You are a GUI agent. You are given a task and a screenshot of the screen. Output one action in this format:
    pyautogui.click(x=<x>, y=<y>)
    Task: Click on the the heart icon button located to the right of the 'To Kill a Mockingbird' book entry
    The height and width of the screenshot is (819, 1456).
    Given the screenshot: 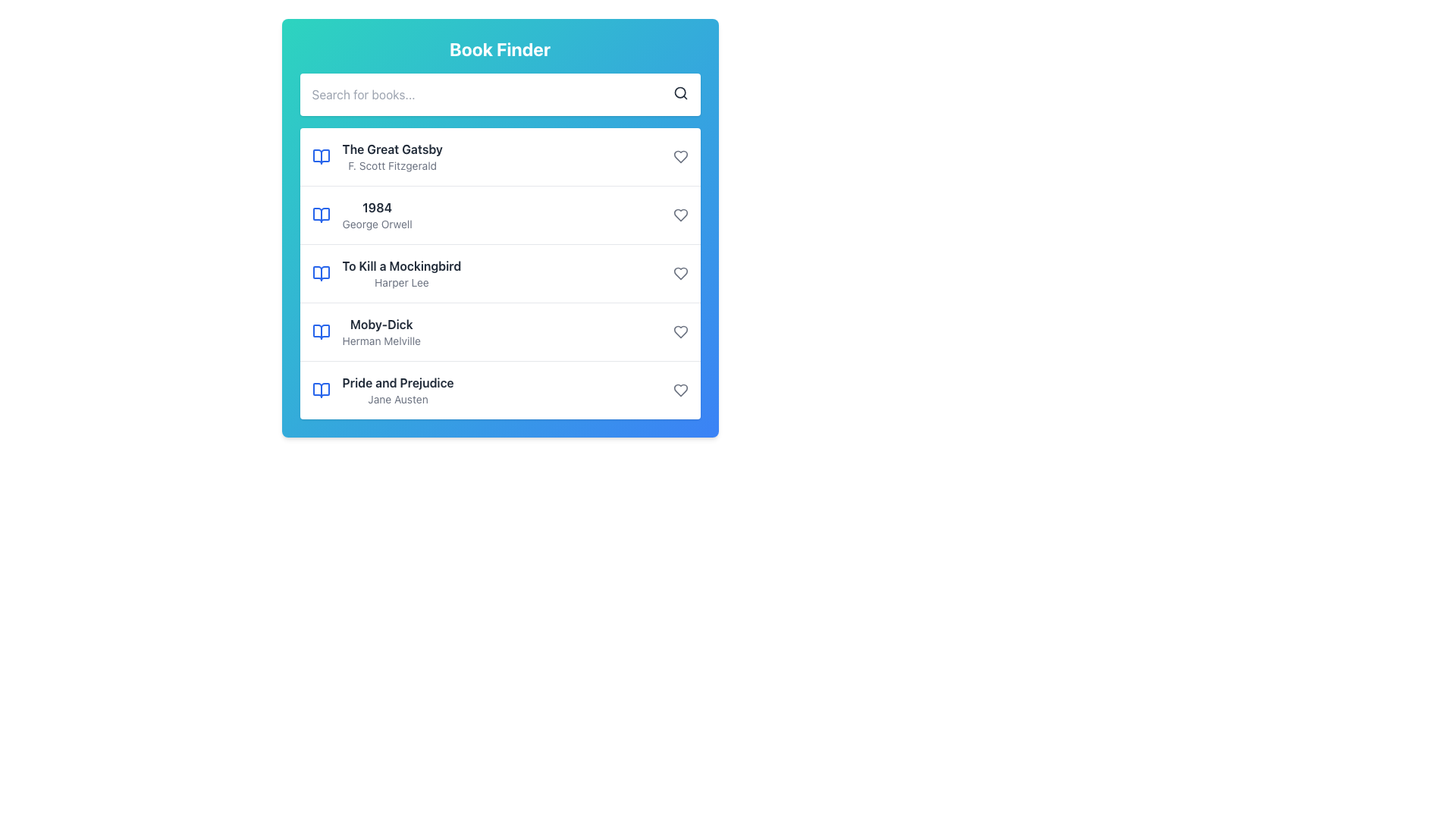 What is the action you would take?
    pyautogui.click(x=679, y=274)
    